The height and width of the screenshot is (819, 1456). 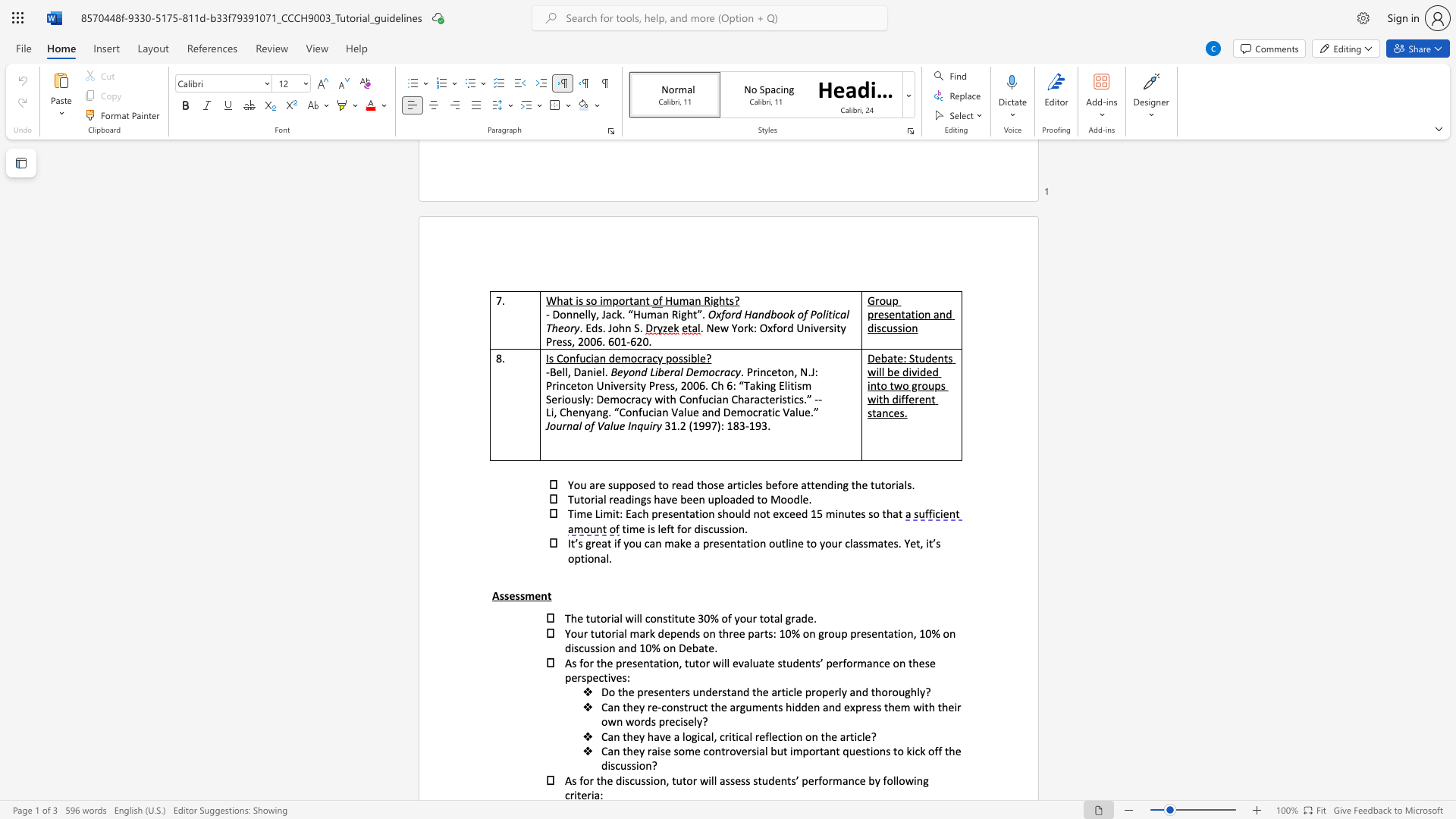 What do you see at coordinates (625, 618) in the screenshot?
I see `the subset text "will" within the text "The tutorial will"` at bounding box center [625, 618].